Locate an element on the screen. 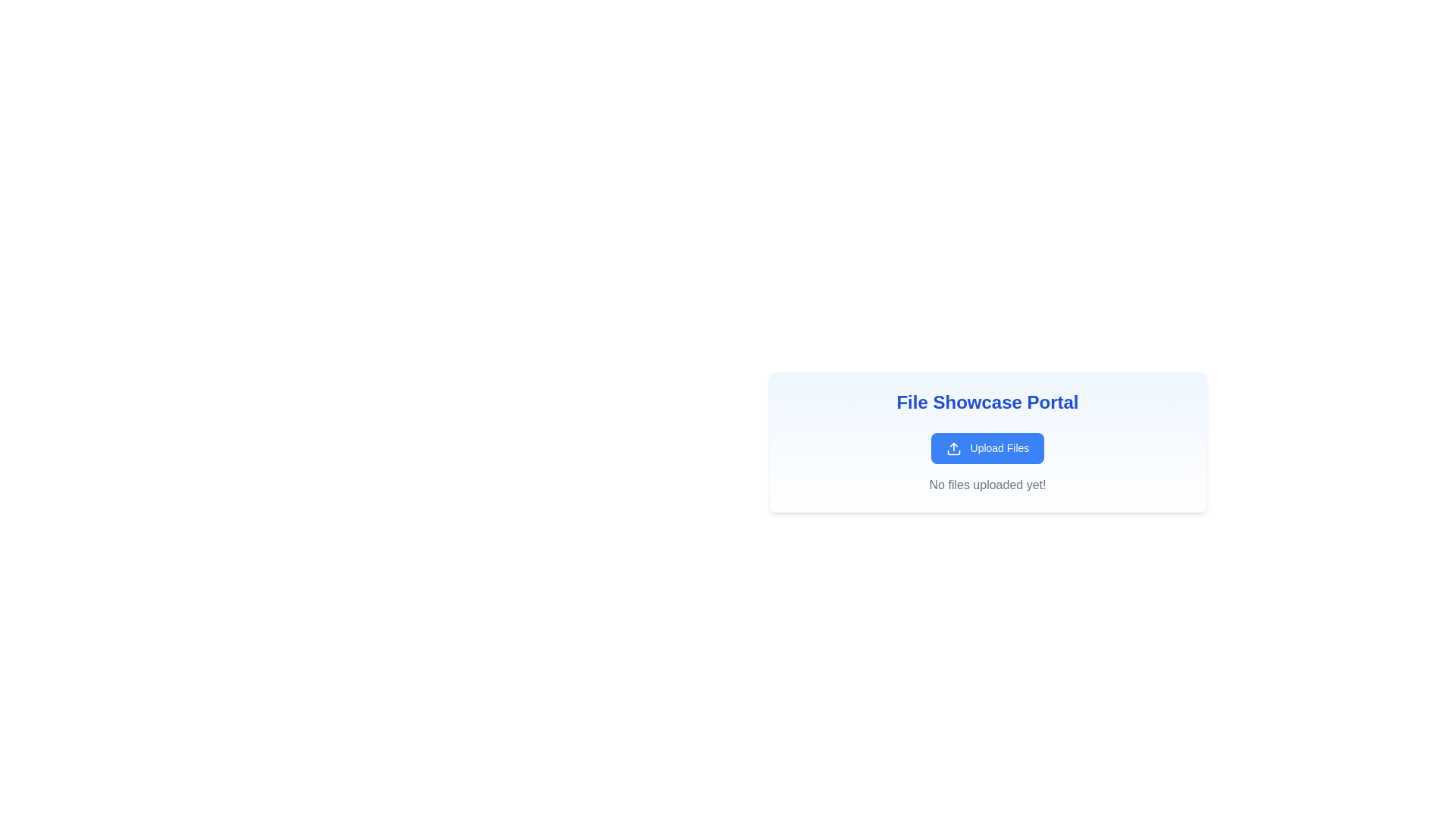 The height and width of the screenshot is (819, 1456). the blue rectangular button containing the upload icon, which is located to the left of the 'Upload Files' text in the 'File Showcase Portal' section is located at coordinates (952, 448).